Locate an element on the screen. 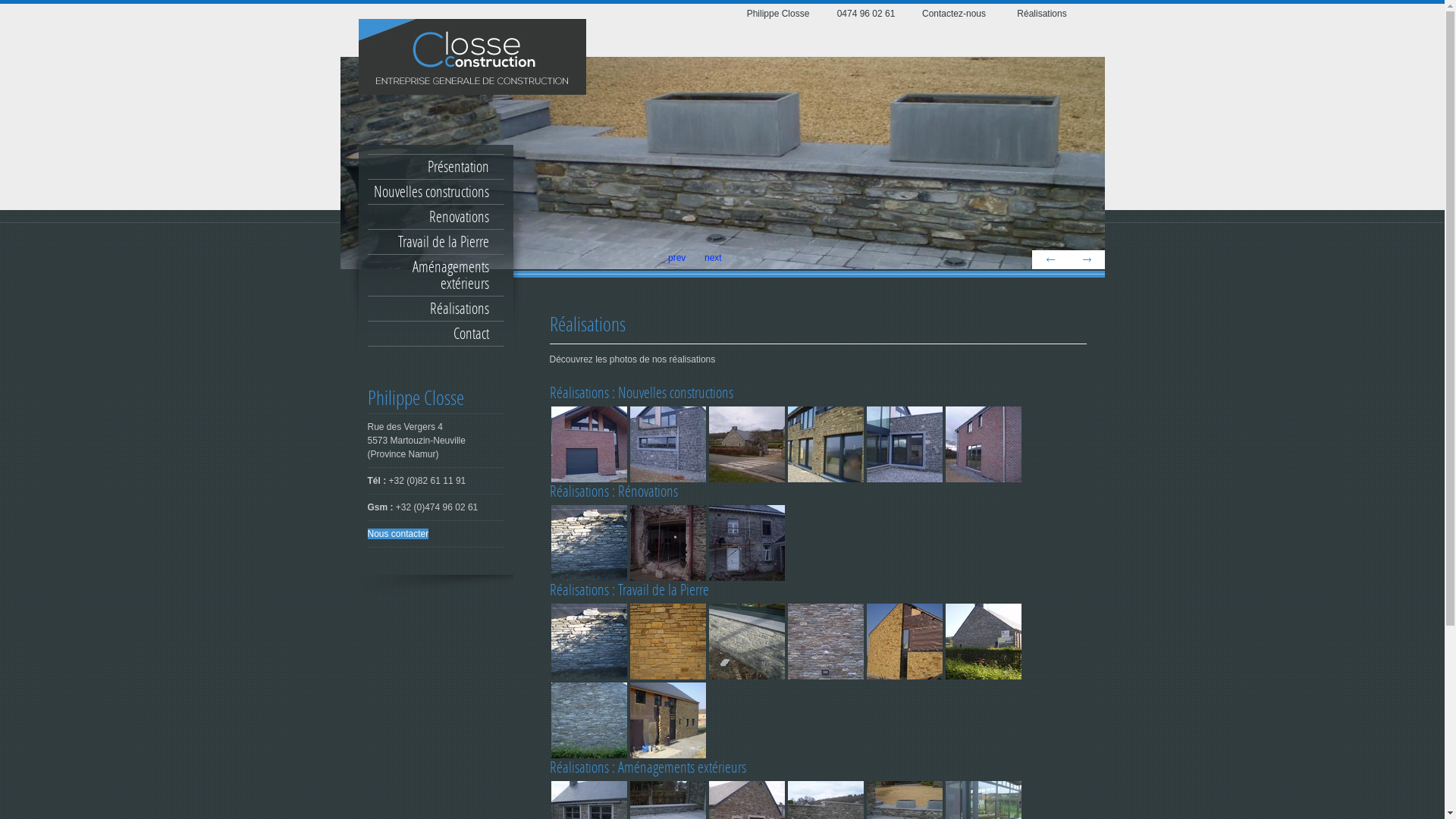  '0474 96 02 61' is located at coordinates (865, 14).